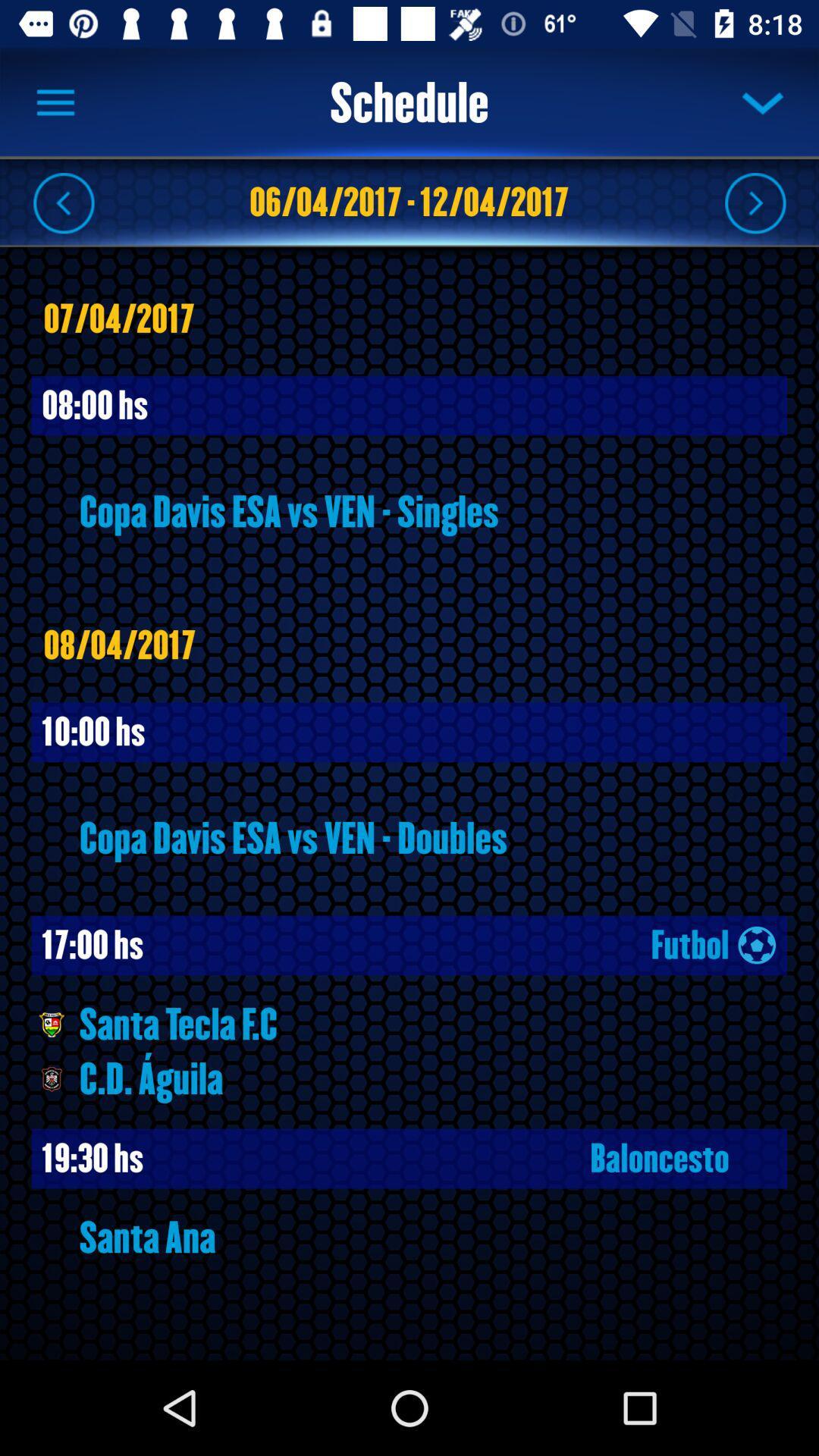 This screenshot has height=1456, width=819. Describe the element at coordinates (63, 202) in the screenshot. I see `previous` at that location.